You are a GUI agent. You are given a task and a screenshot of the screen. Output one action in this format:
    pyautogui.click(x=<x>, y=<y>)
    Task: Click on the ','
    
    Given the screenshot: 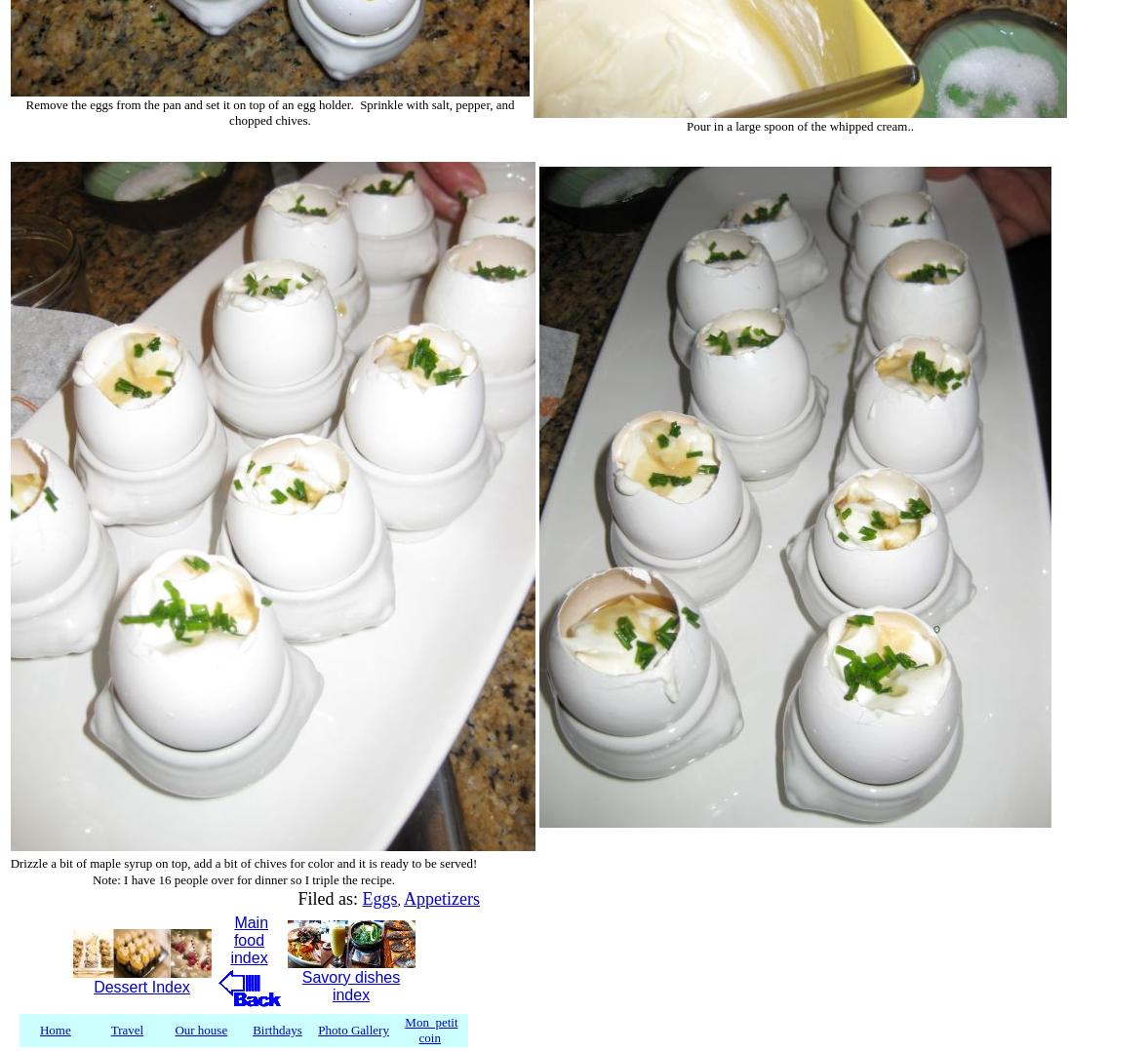 What is the action you would take?
    pyautogui.click(x=399, y=900)
    